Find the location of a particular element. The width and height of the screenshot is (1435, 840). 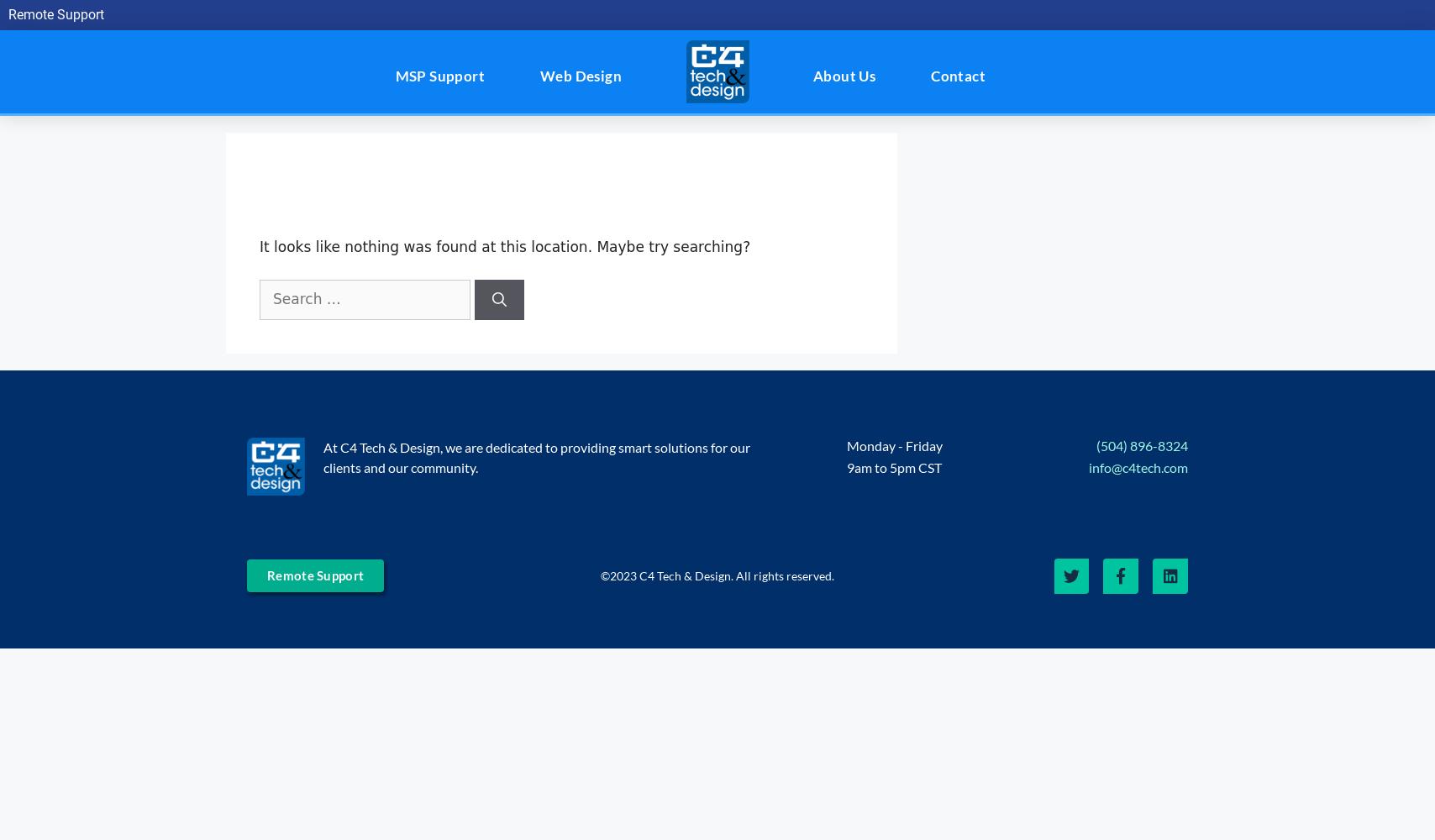

'Oops! That page can’t be found.' is located at coordinates (511, 186).